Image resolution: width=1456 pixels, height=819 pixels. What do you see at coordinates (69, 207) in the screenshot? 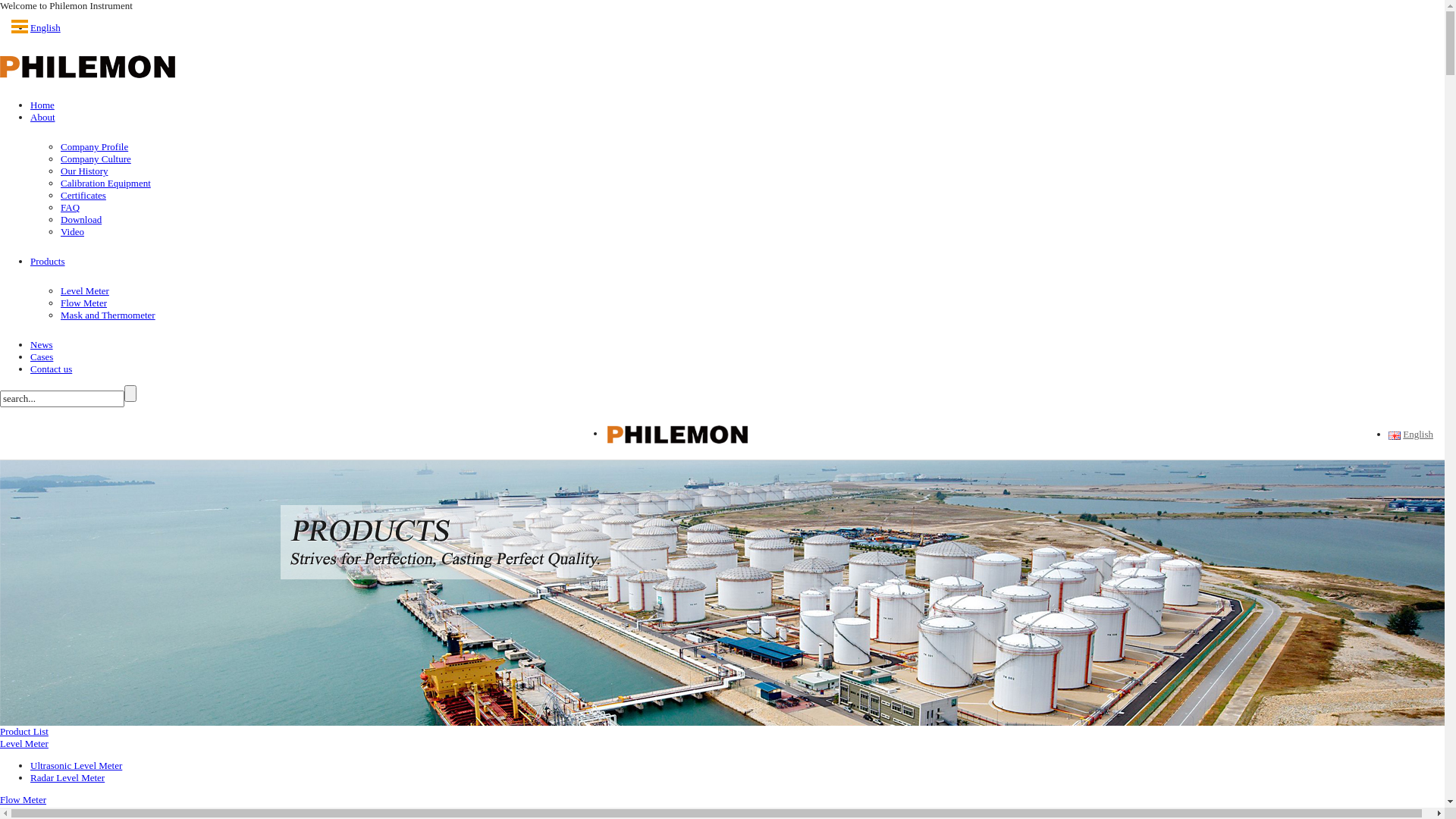
I see `'FAQ'` at bounding box center [69, 207].